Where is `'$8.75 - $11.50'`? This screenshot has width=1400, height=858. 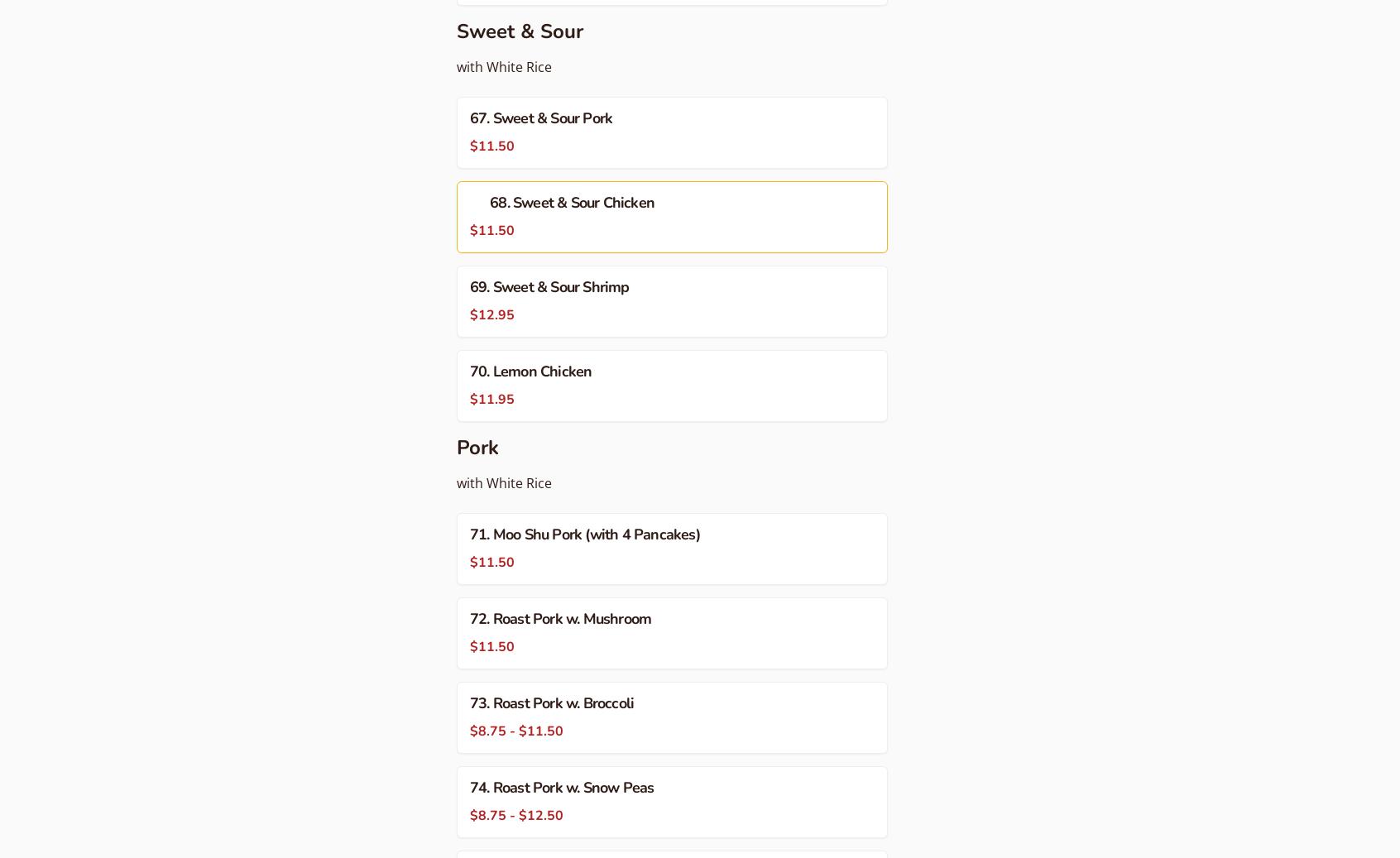 '$8.75 - $11.50' is located at coordinates (469, 731).